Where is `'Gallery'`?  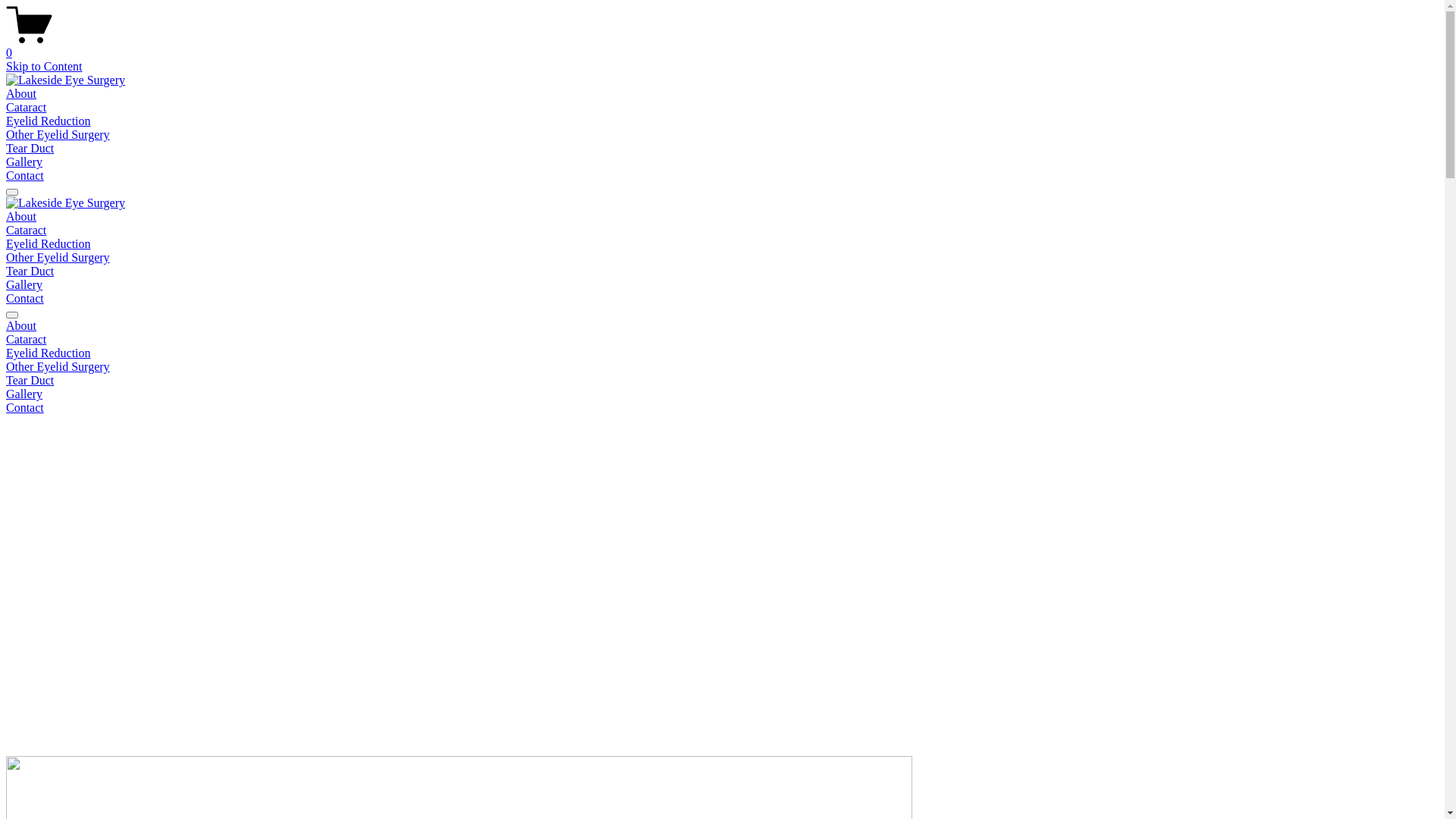
'Gallery' is located at coordinates (721, 394).